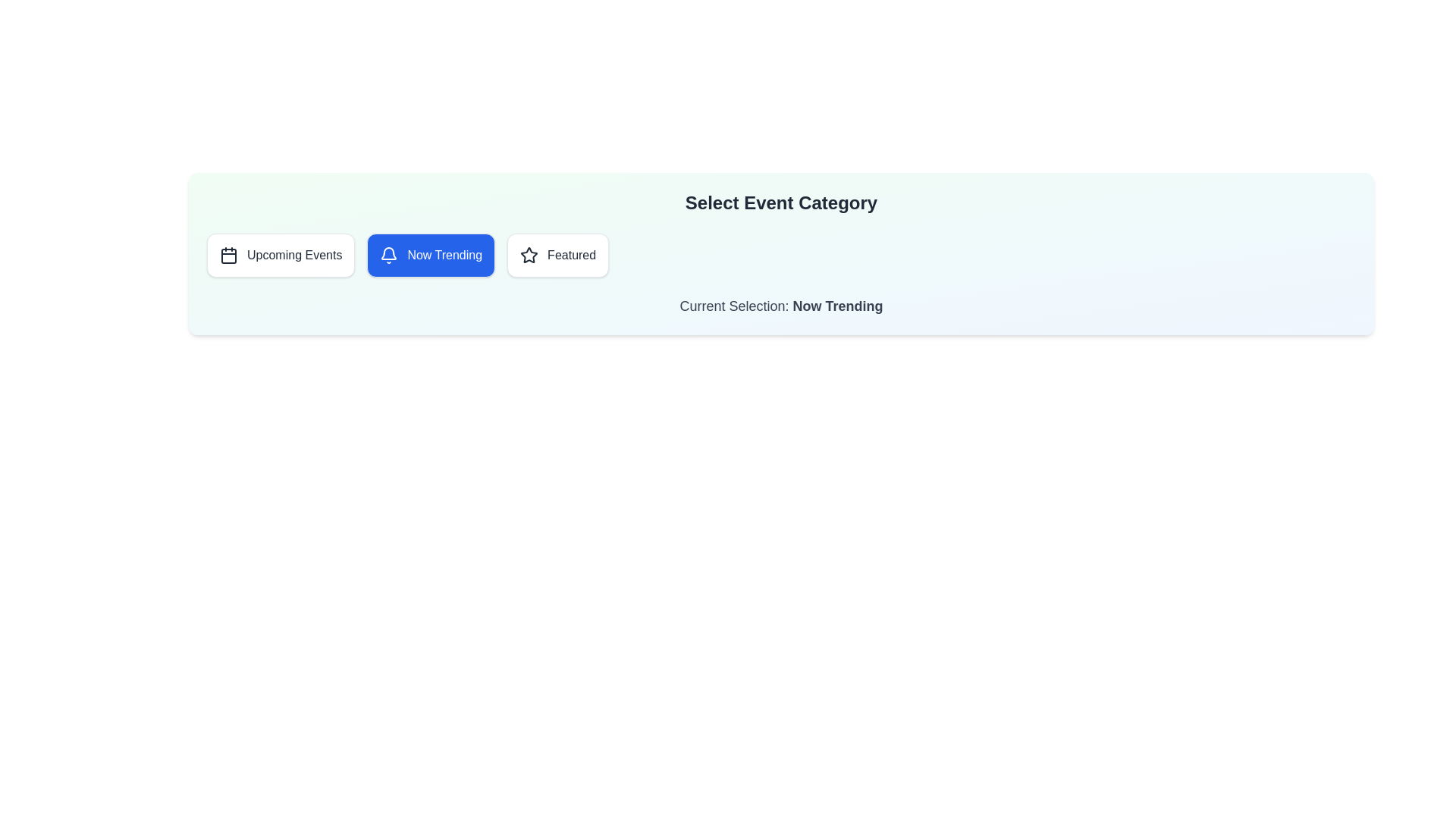  I want to click on the 'Featured' text label, which is styled with black font and positioned adjacent to a star icon, so click(570, 254).